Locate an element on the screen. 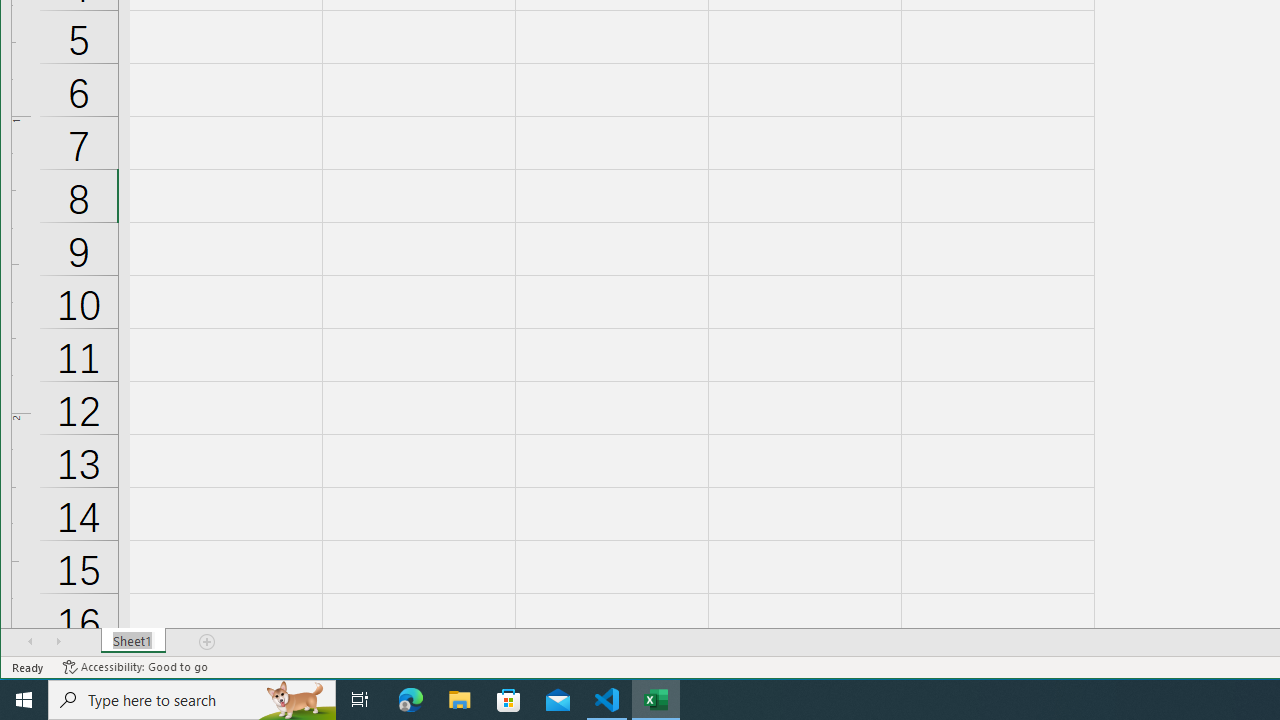 The image size is (1280, 720). 'File Explorer' is located at coordinates (459, 698).